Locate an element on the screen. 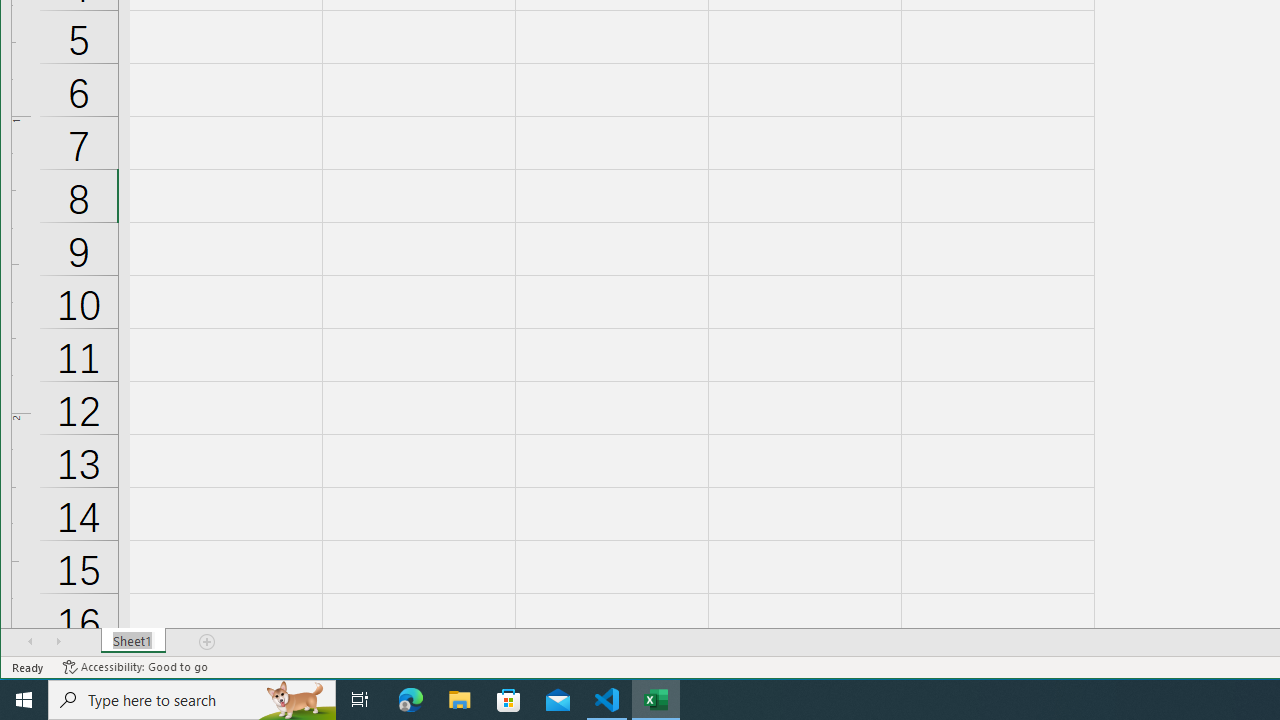 The image size is (1280, 720). 'File Explorer' is located at coordinates (459, 698).